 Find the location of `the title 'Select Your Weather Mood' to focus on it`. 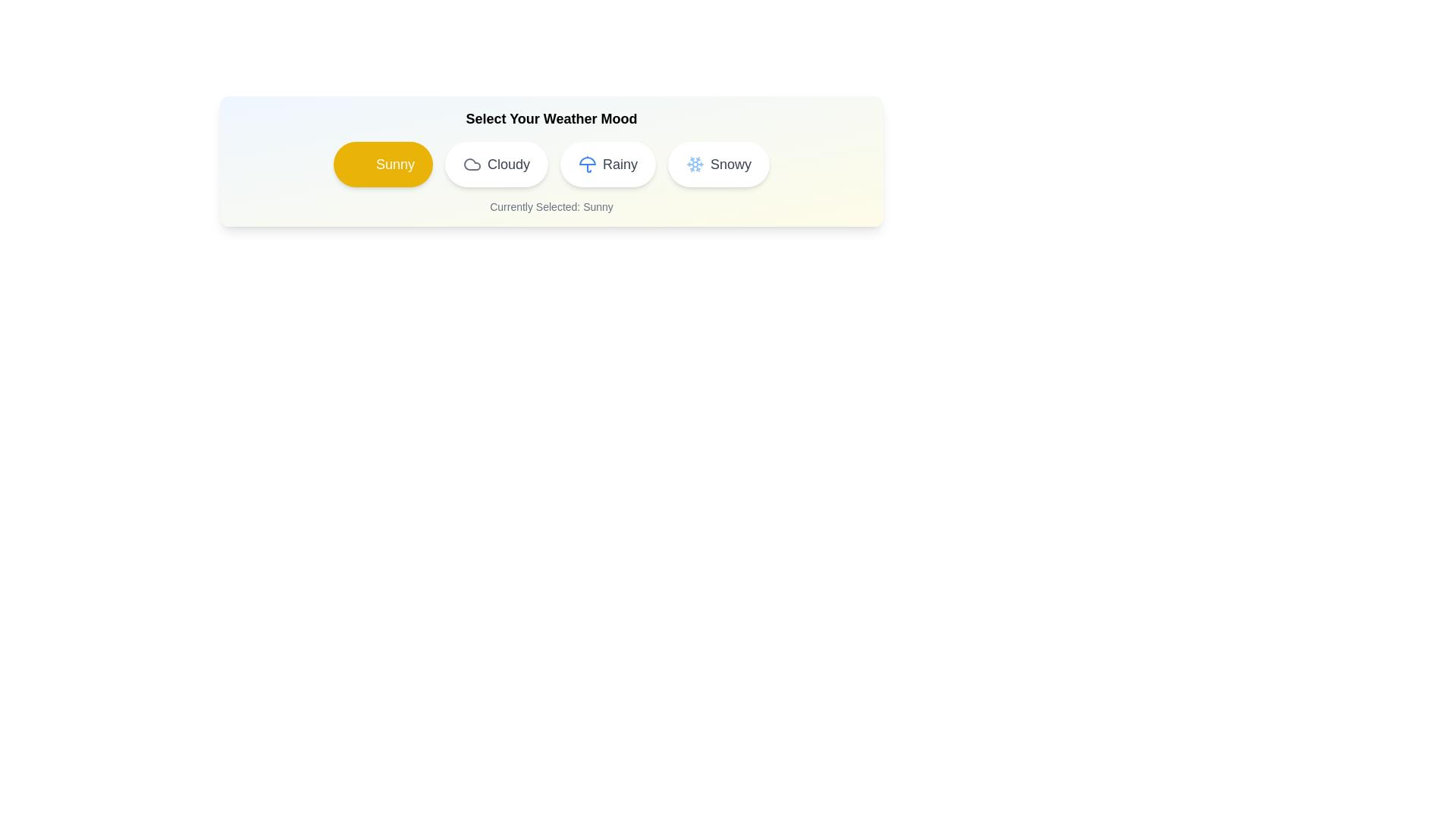

the title 'Select Your Weather Mood' to focus on it is located at coordinates (551, 118).